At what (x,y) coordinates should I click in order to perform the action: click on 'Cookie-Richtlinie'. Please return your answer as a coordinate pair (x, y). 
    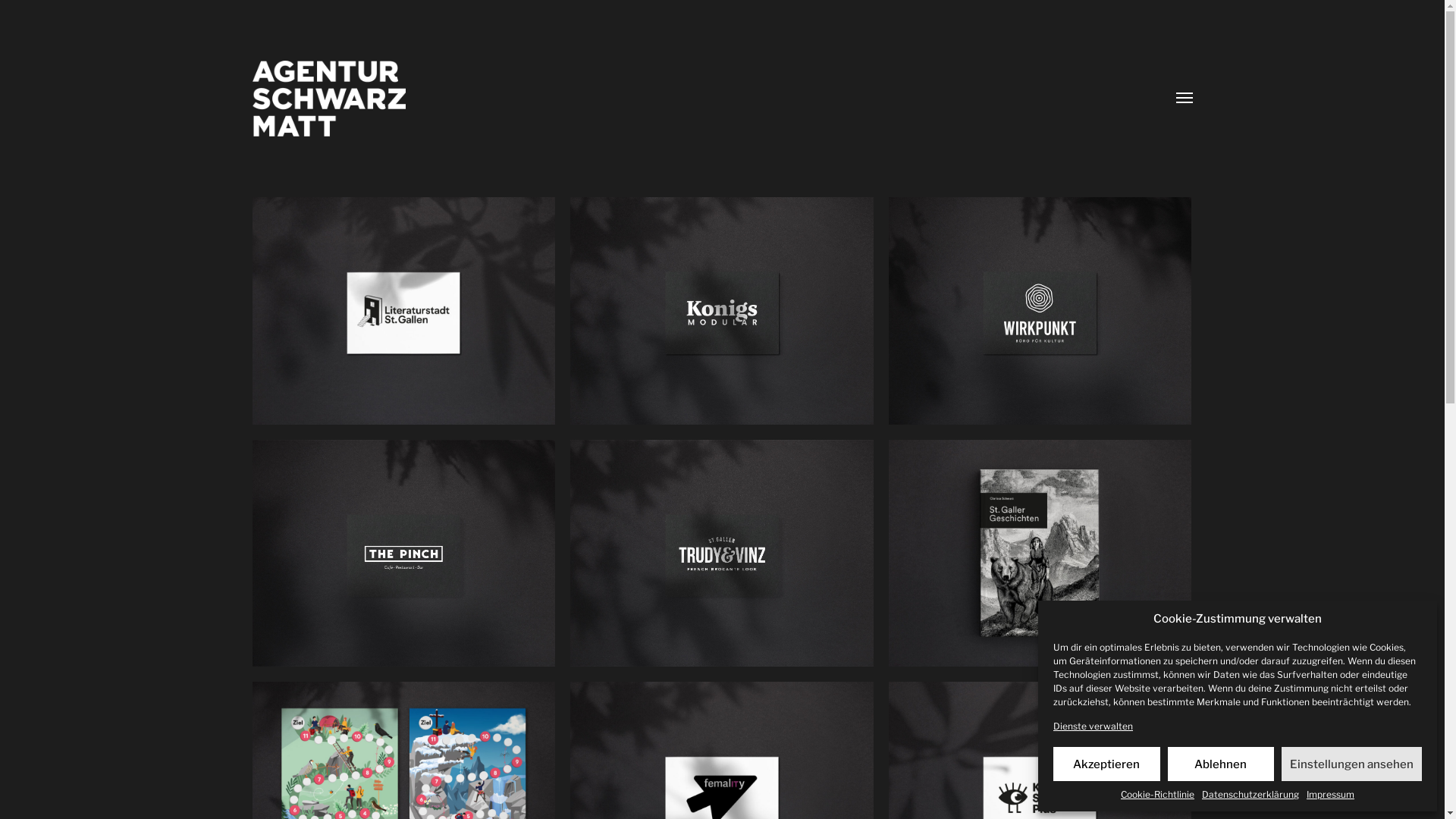
    Looking at the image, I should click on (1156, 793).